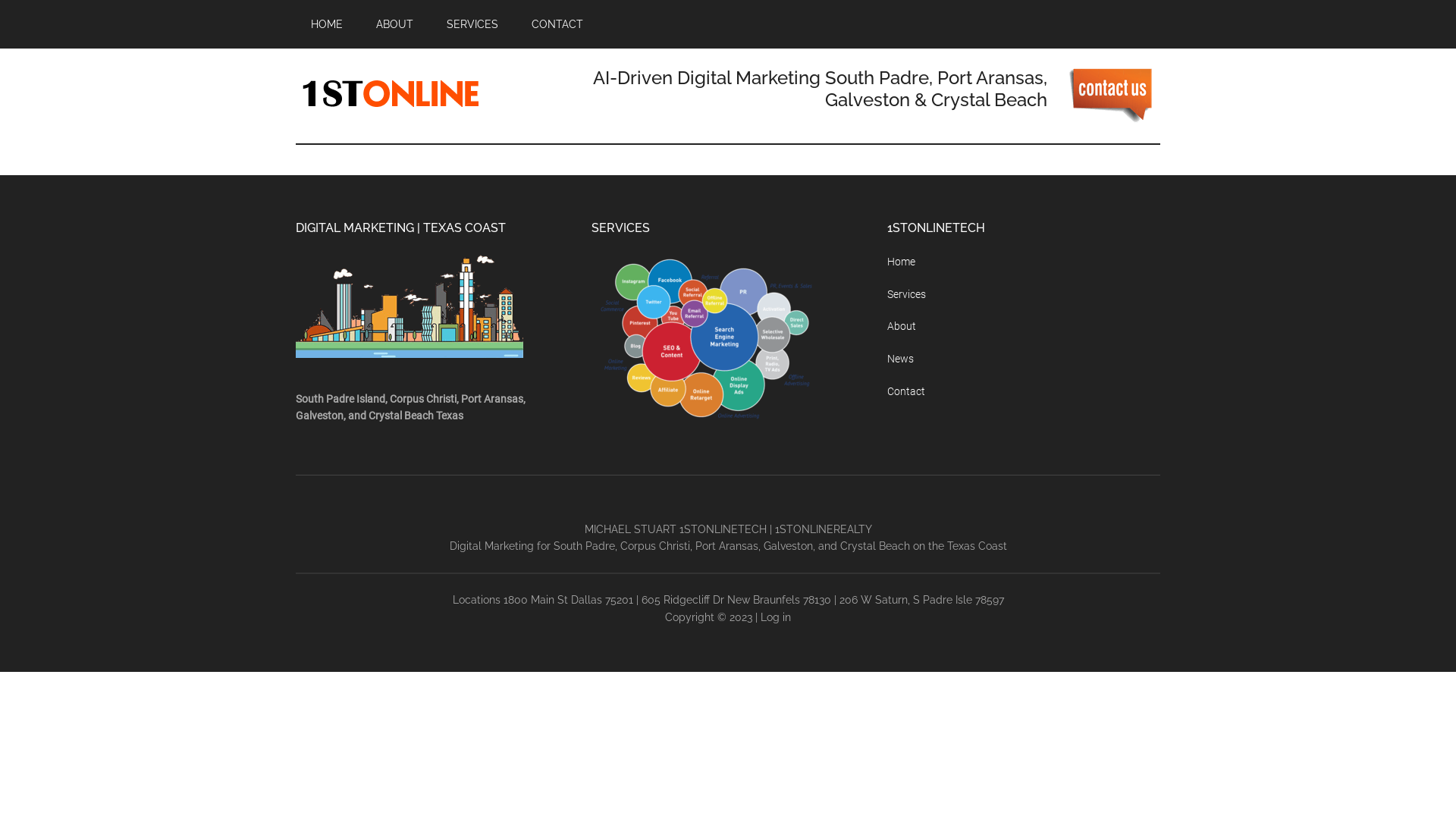  I want to click on 'ABOUT', so click(394, 24).